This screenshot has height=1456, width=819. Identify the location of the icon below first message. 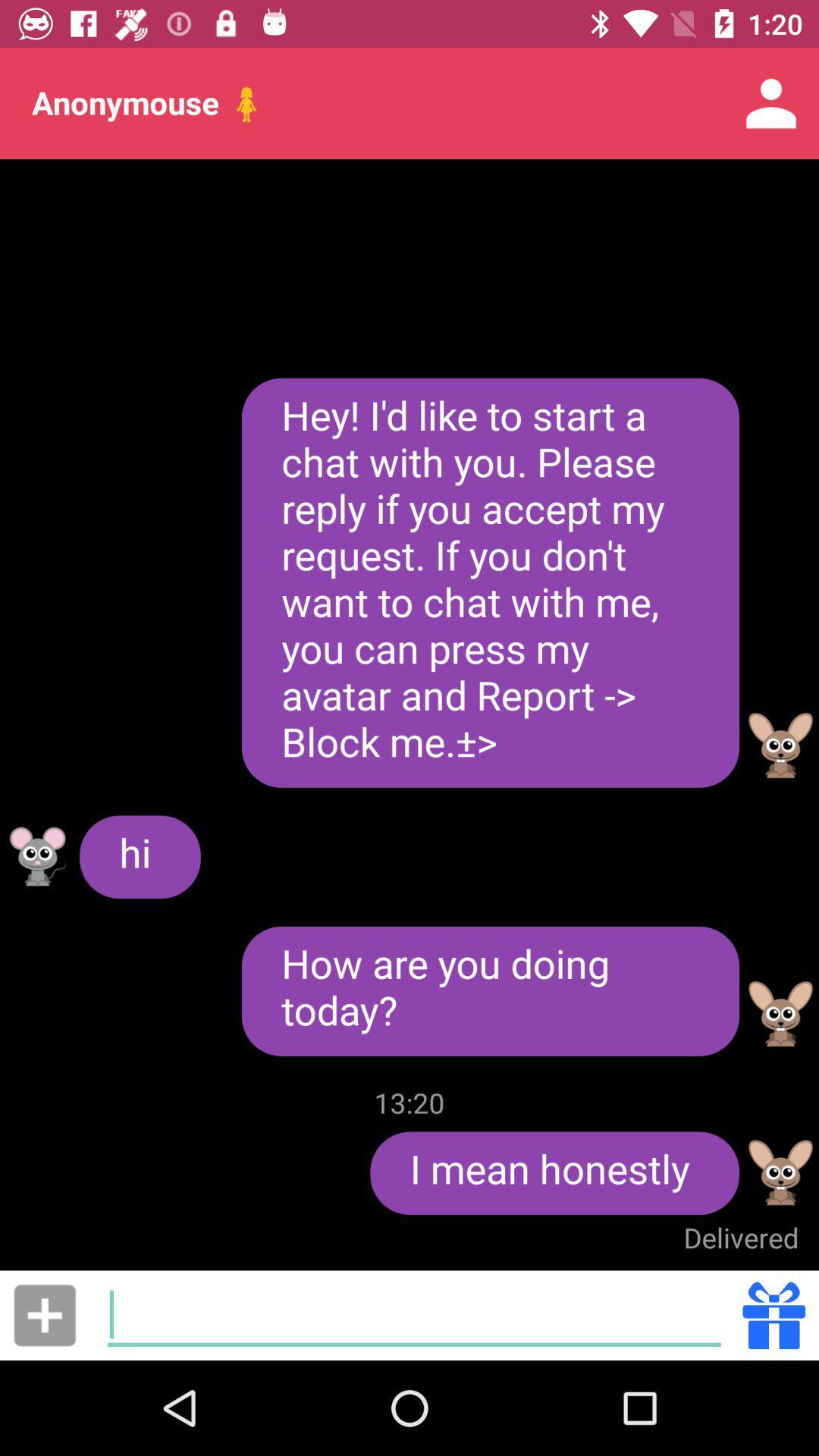
(780, 745).